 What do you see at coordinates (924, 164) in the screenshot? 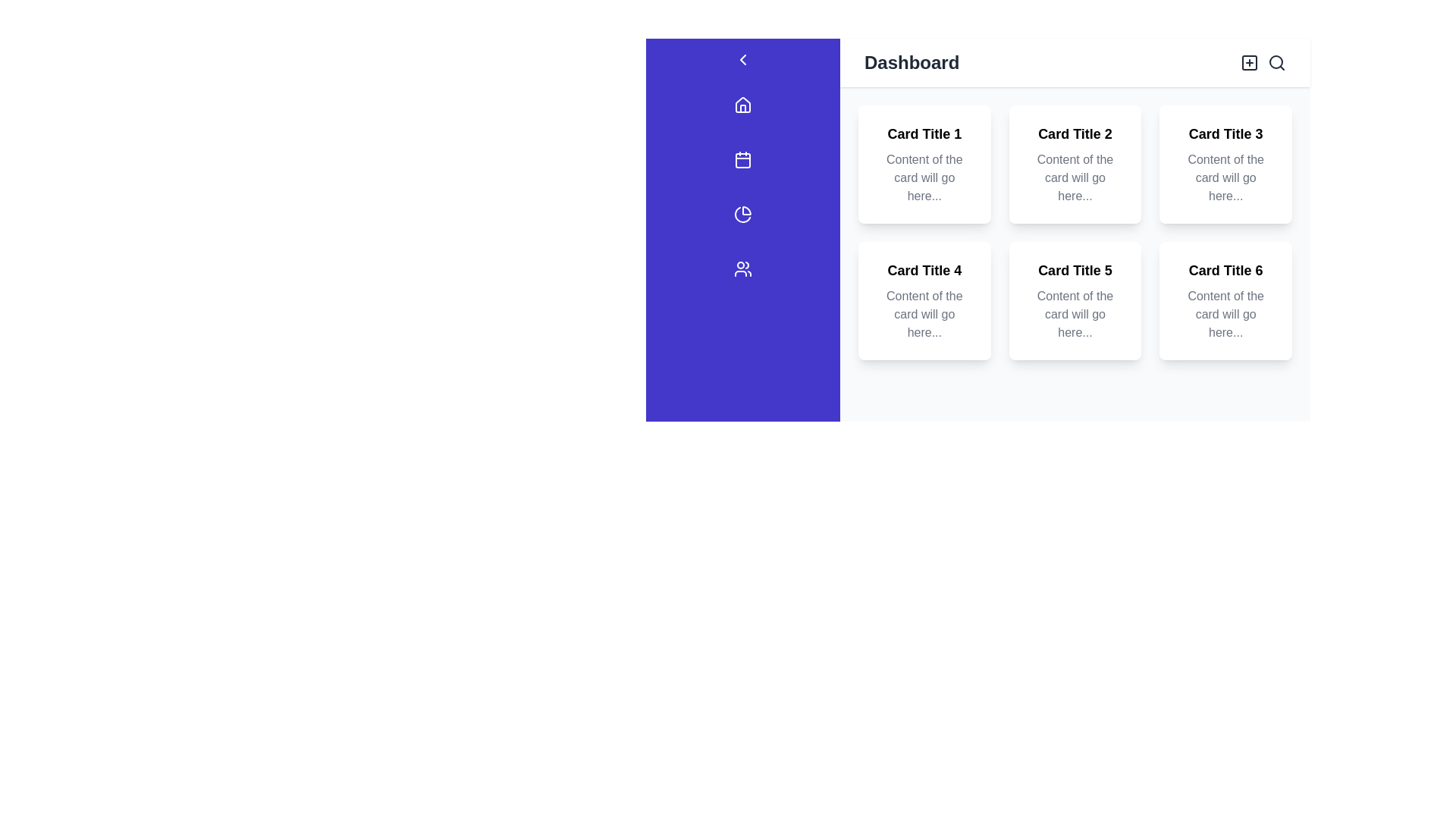
I see `the first card in the grid layout` at bounding box center [924, 164].